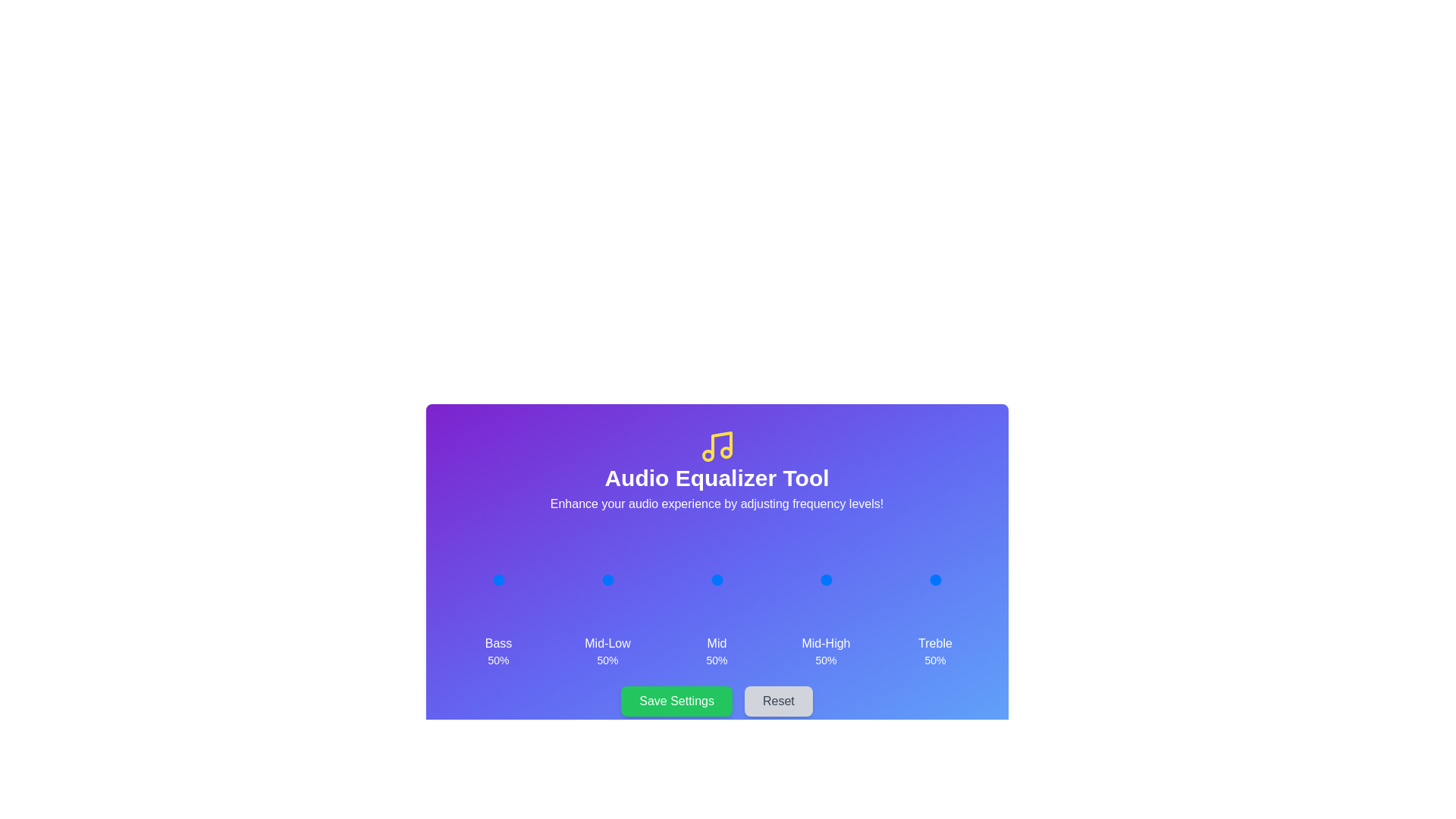 The width and height of the screenshot is (1456, 819). I want to click on the Bass Slider to observe hover effects, so click(498, 579).